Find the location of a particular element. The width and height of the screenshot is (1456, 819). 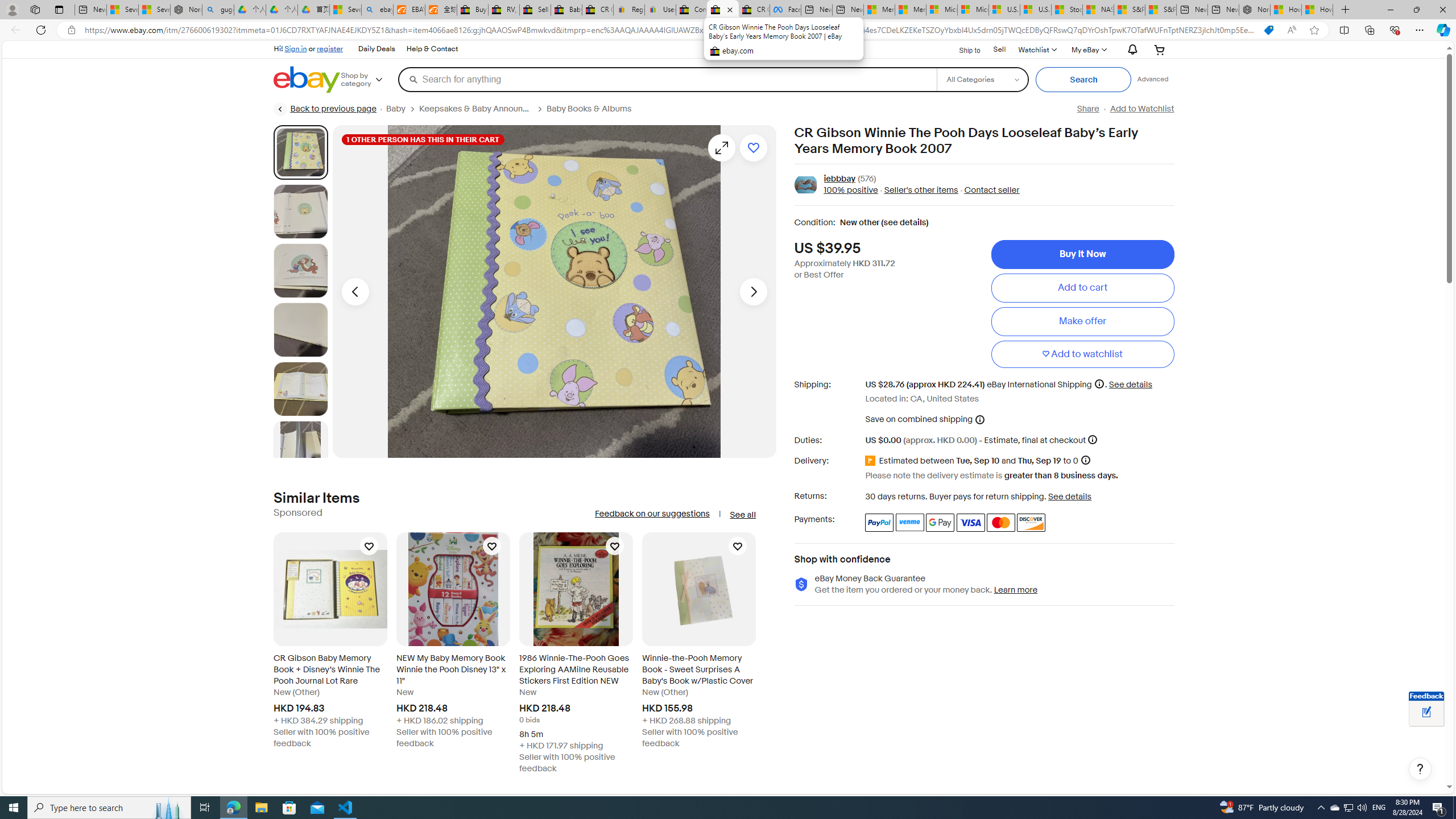

'Help & Contact' is located at coordinates (432, 49).